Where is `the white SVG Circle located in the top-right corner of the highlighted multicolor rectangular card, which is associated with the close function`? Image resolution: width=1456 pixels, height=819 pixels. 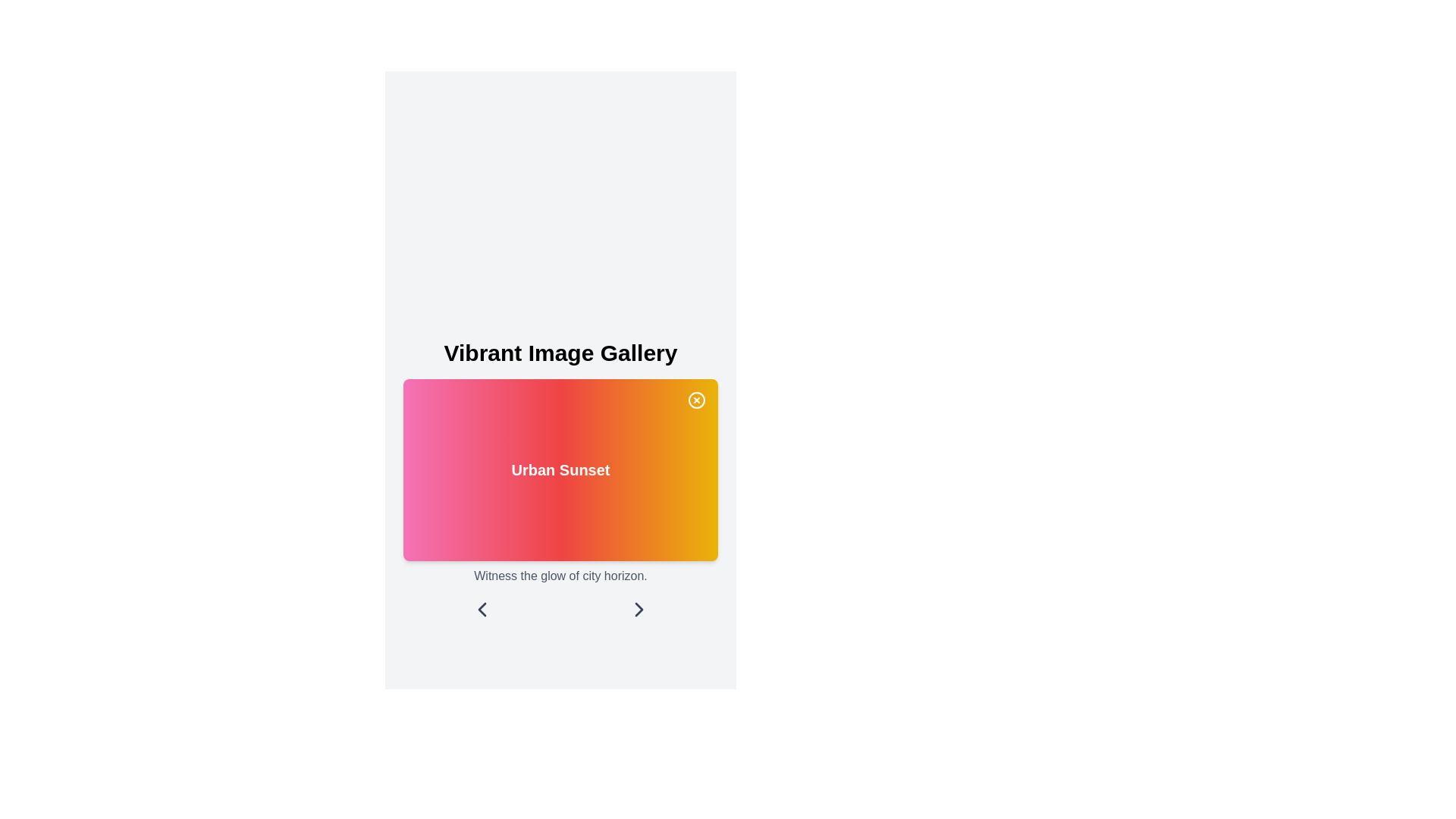
the white SVG Circle located in the top-right corner of the highlighted multicolor rectangular card, which is associated with the close function is located at coordinates (695, 400).